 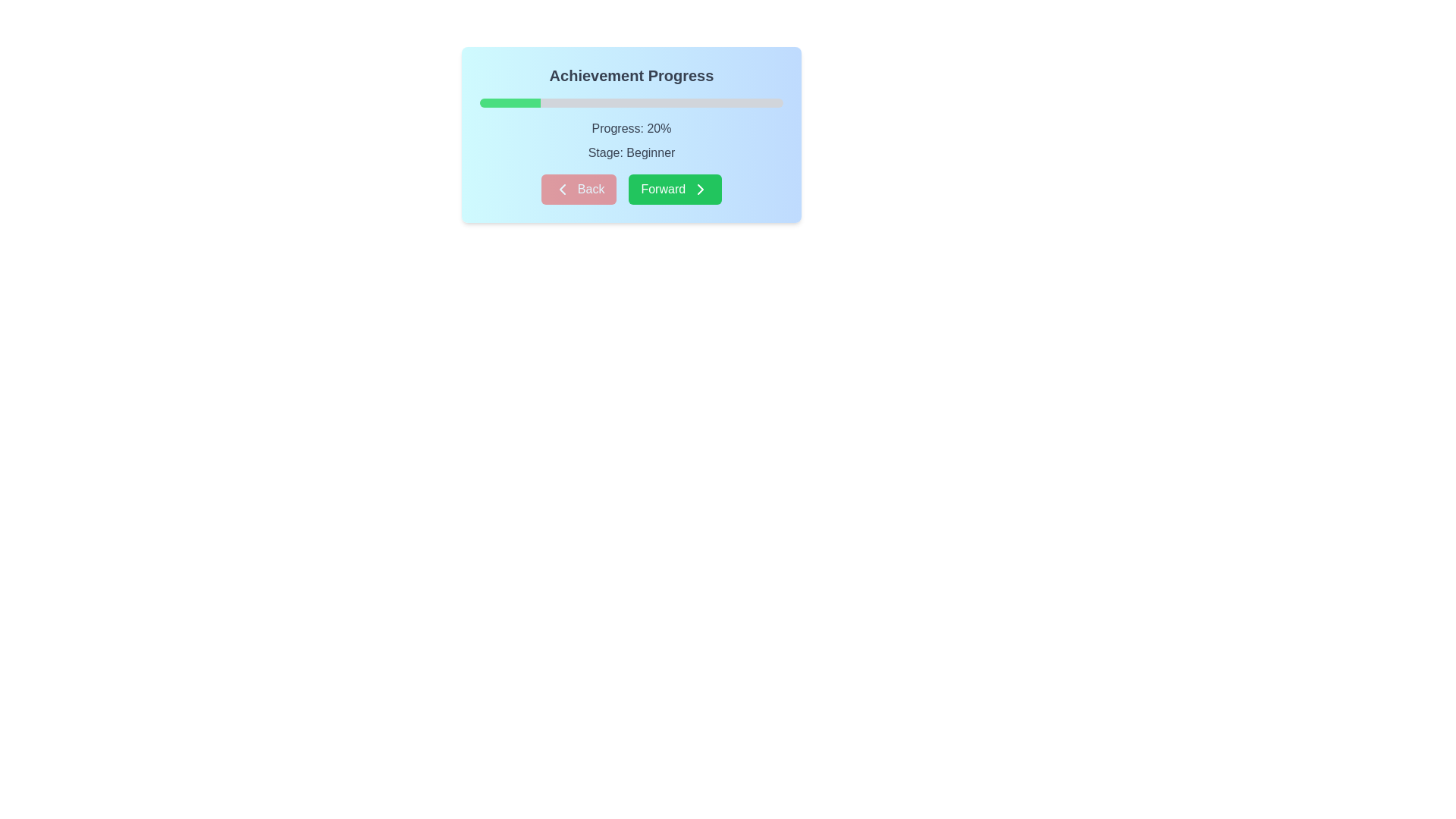 I want to click on the chevron icon on the left side of the 'Back' button, which is located at the bottom center of the 'Achievement Progress' card, so click(x=561, y=189).